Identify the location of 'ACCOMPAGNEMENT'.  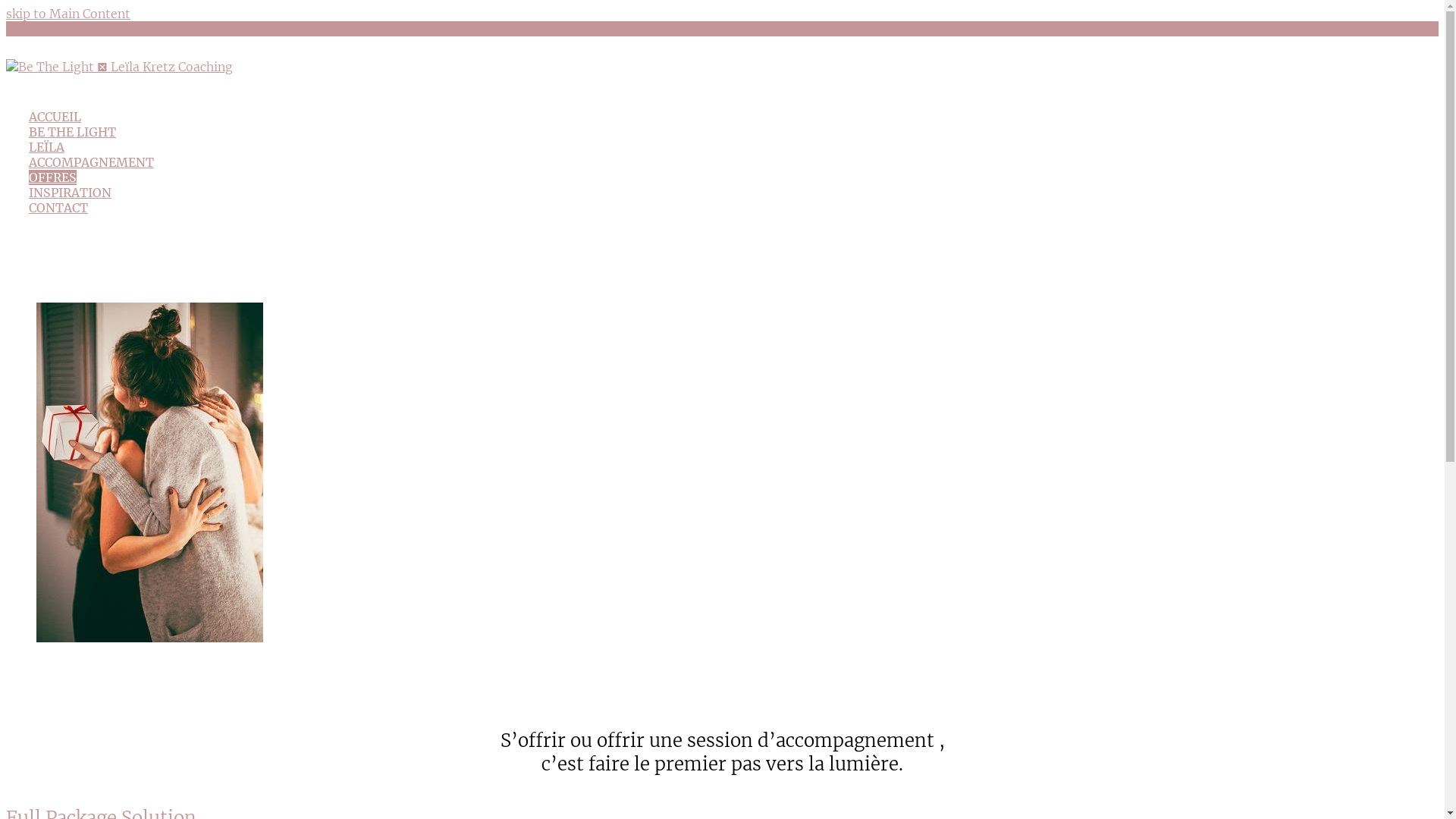
(90, 162).